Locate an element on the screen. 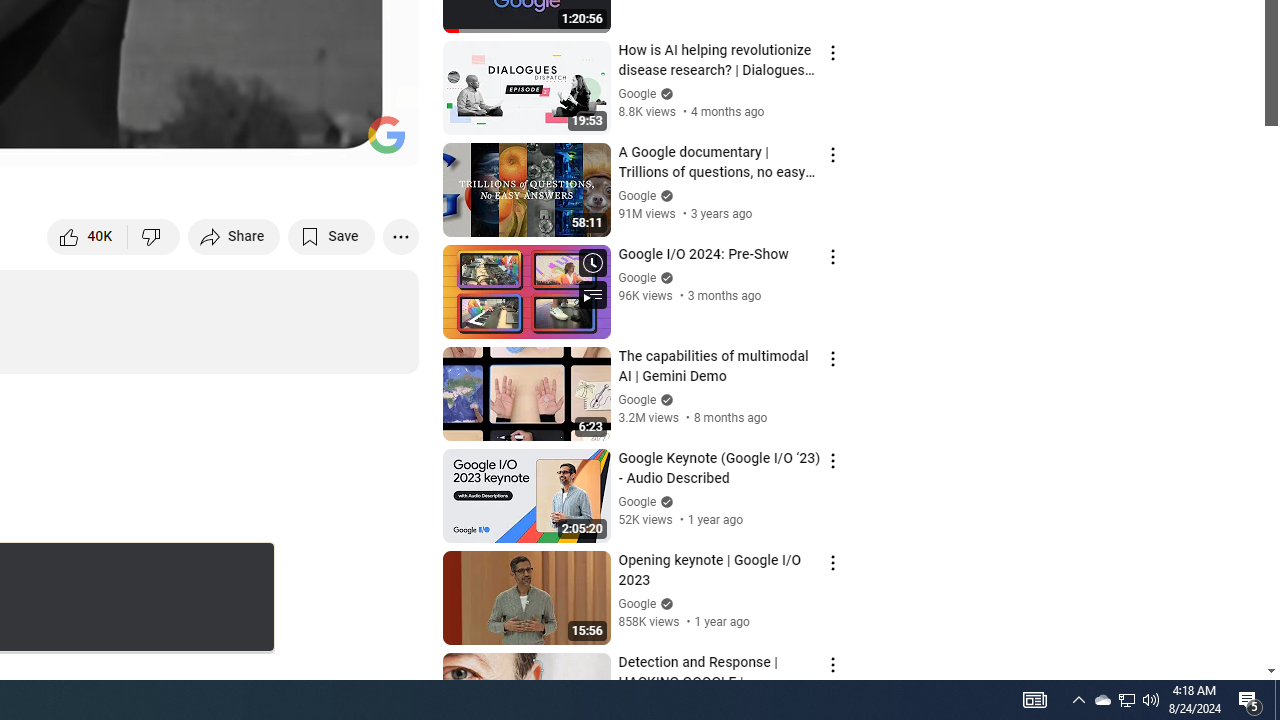  'Theater mode (t)' is located at coordinates (334, 141).